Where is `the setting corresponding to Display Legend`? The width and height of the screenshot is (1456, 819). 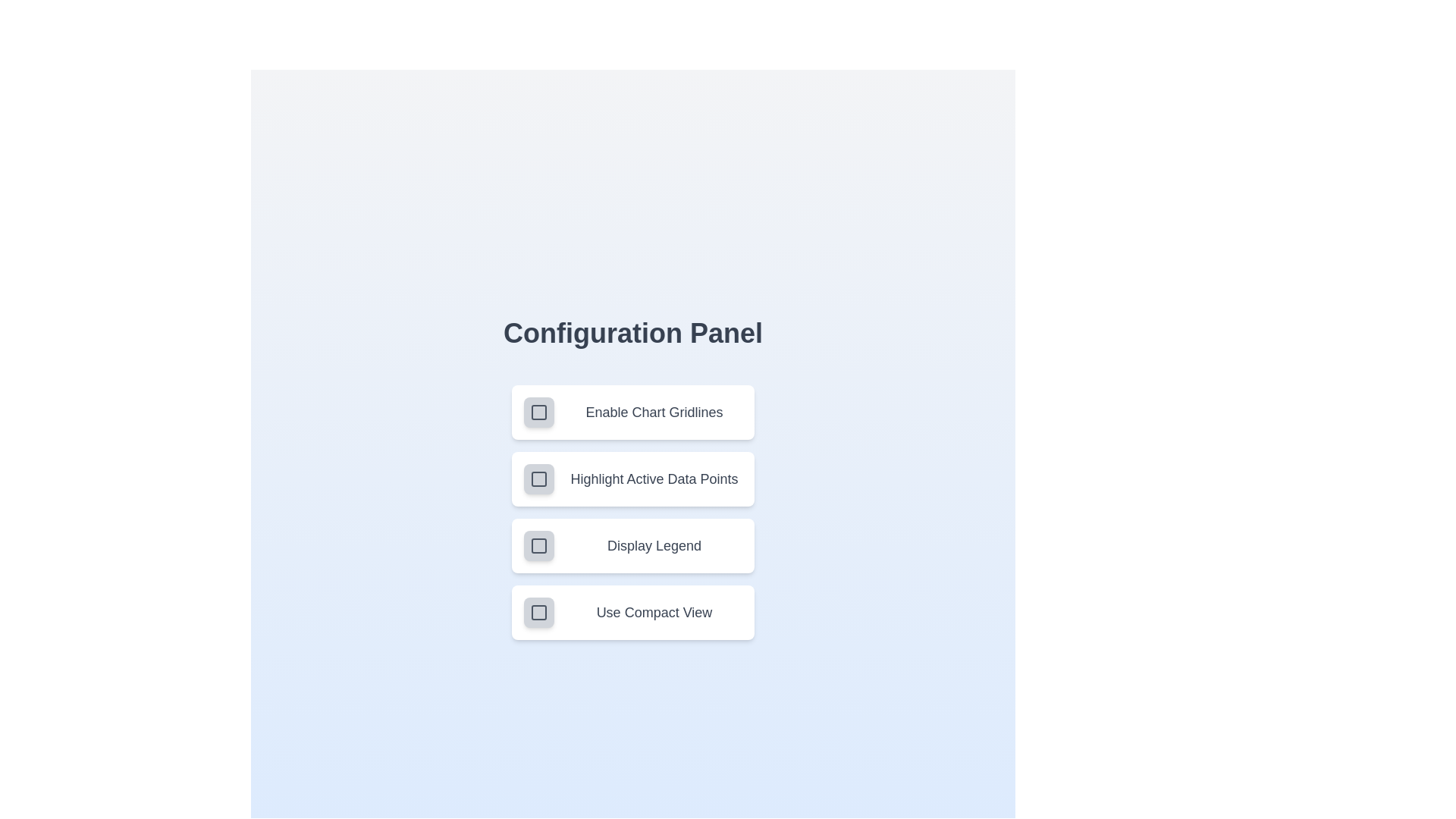 the setting corresponding to Display Legend is located at coordinates (538, 546).